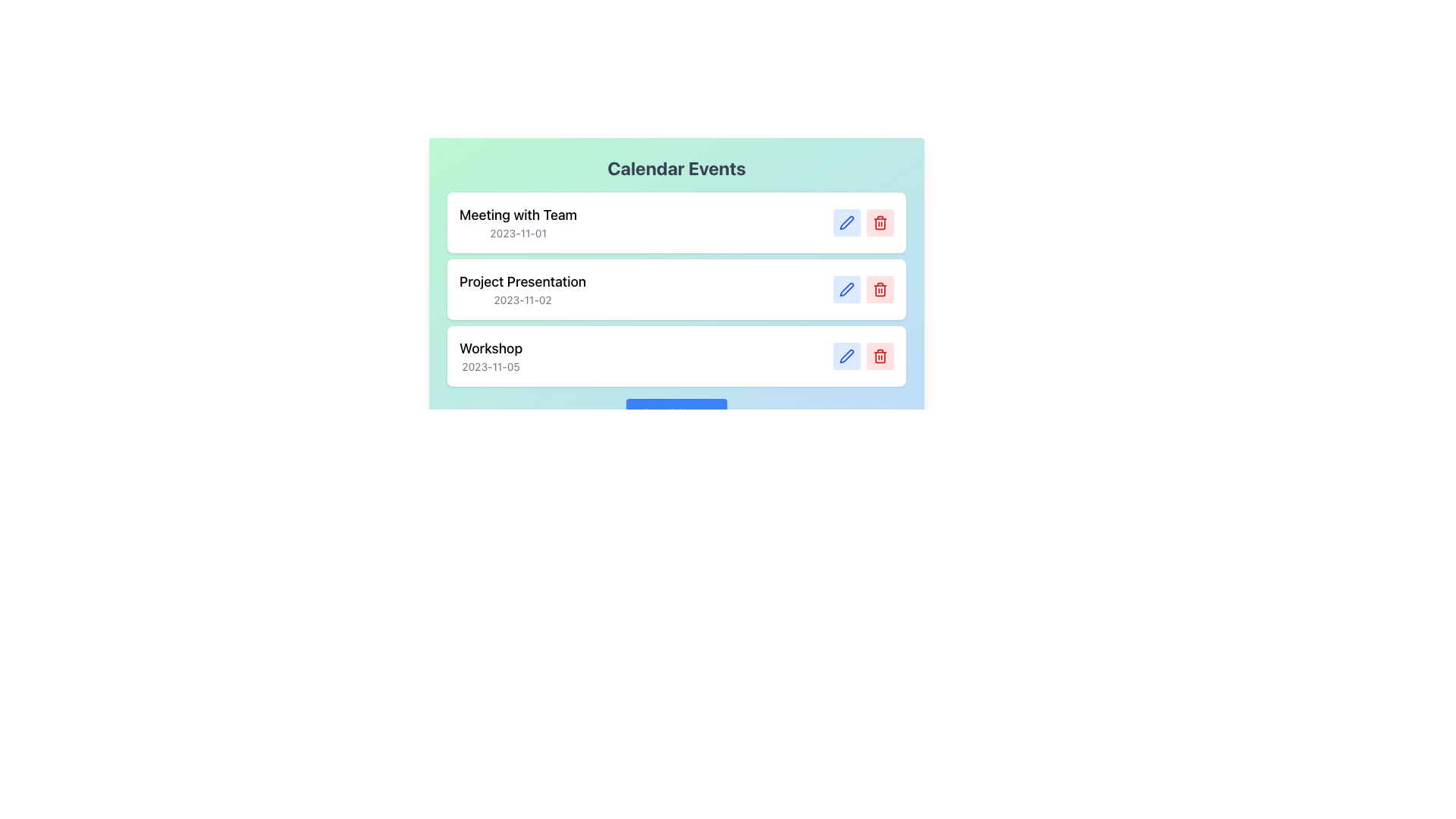 The image size is (1456, 819). What do you see at coordinates (522, 300) in the screenshot?
I see `the text label displaying the date '2023-11-02', which is smaller and gray, located below the 'Project Presentation' text in the second event of the list` at bounding box center [522, 300].